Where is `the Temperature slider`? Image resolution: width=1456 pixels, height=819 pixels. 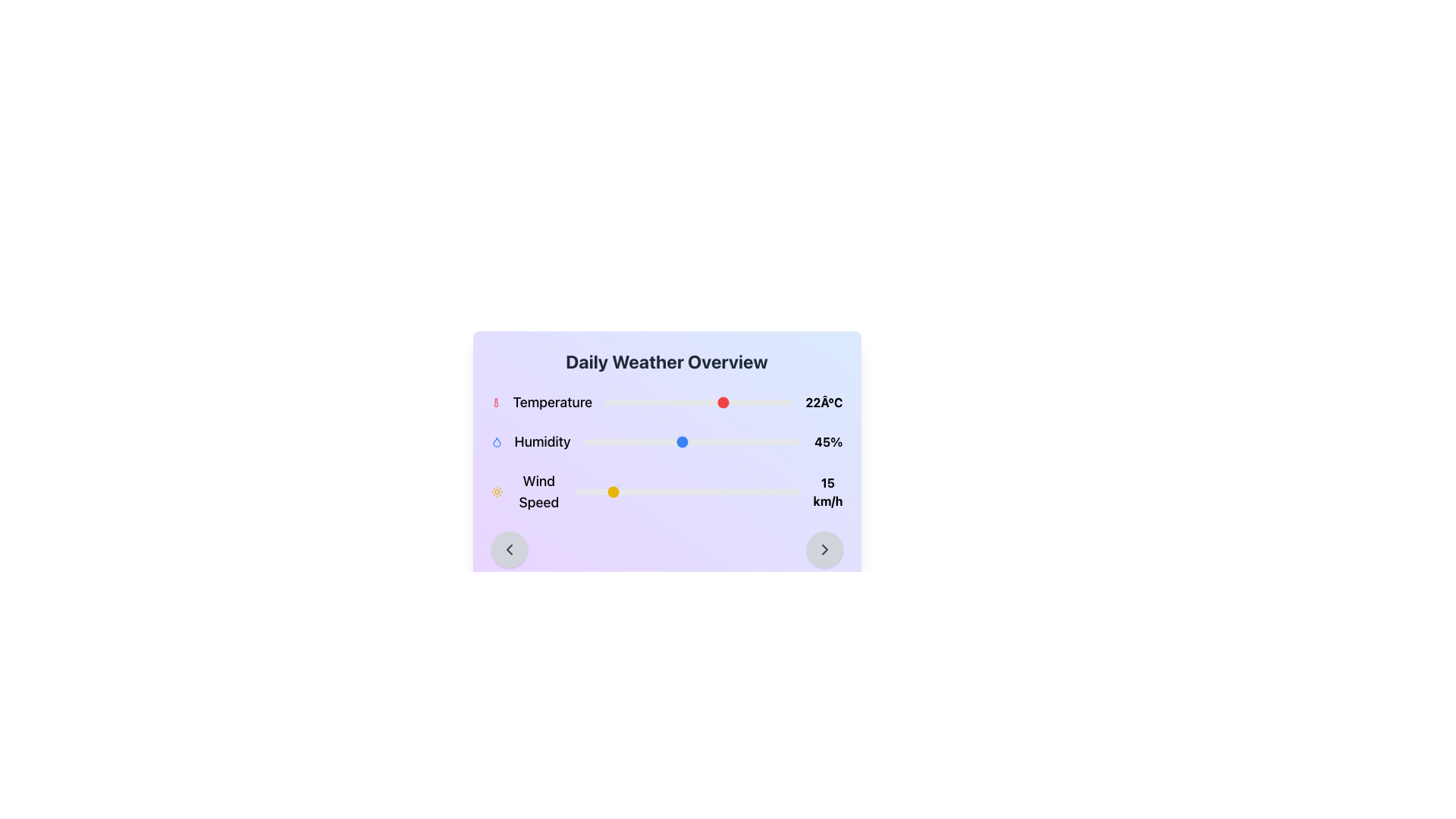 the Temperature slider is located at coordinates (729, 402).